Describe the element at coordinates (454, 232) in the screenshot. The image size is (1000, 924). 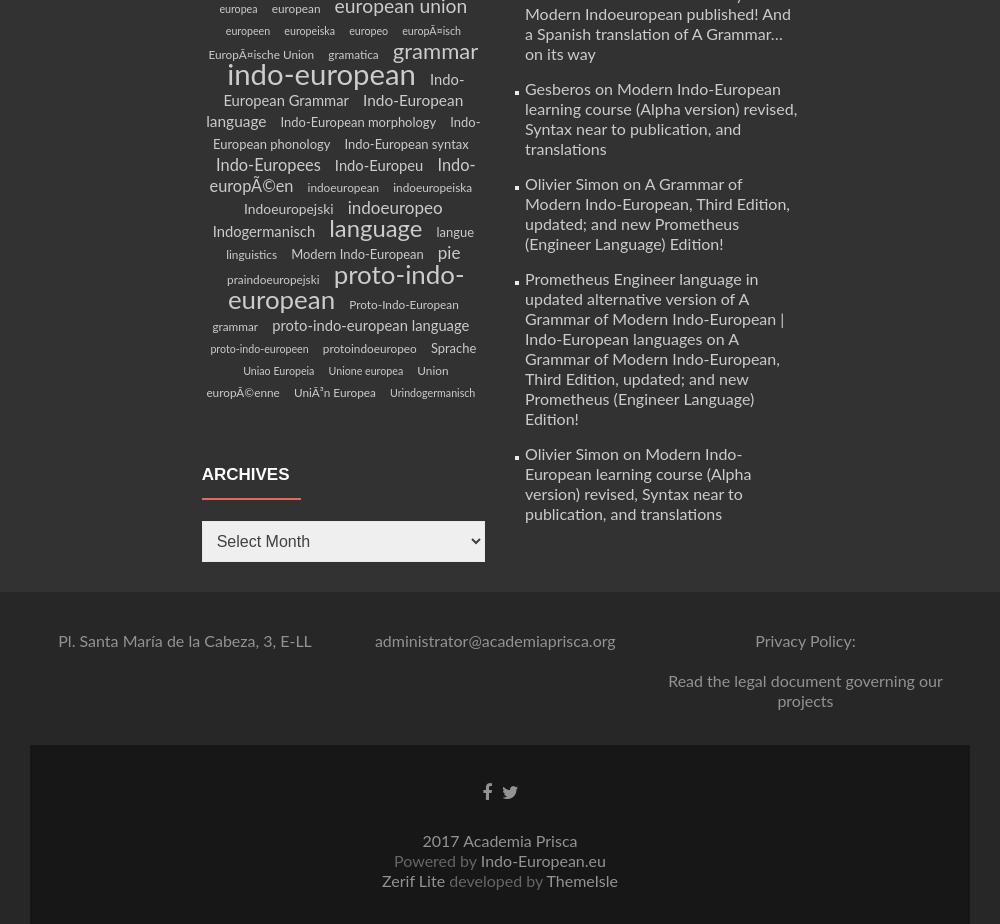
I see `'langue'` at that location.